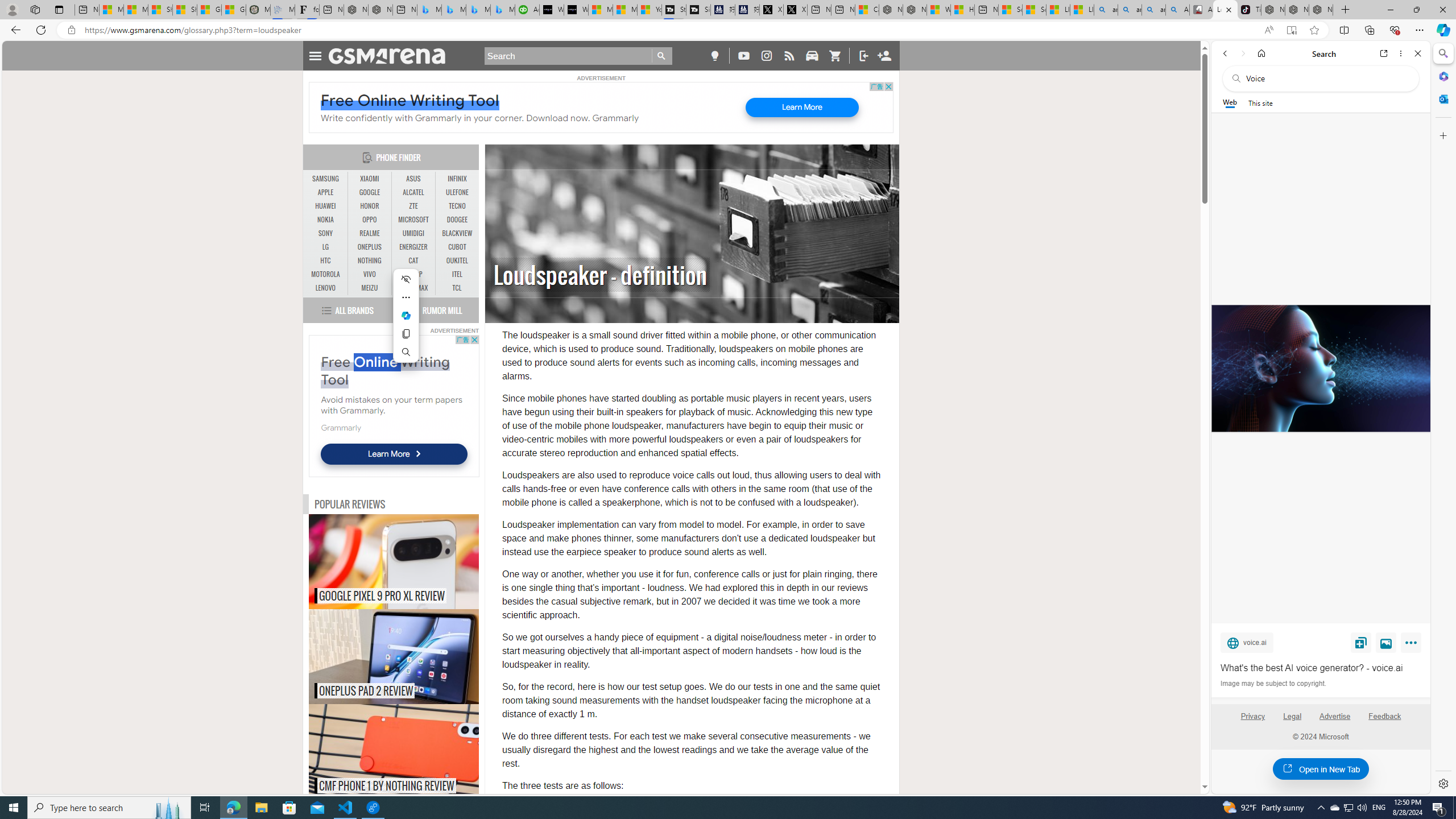 The image size is (1456, 819). Describe the element at coordinates (457, 220) in the screenshot. I see `'DOOGEE'` at that location.